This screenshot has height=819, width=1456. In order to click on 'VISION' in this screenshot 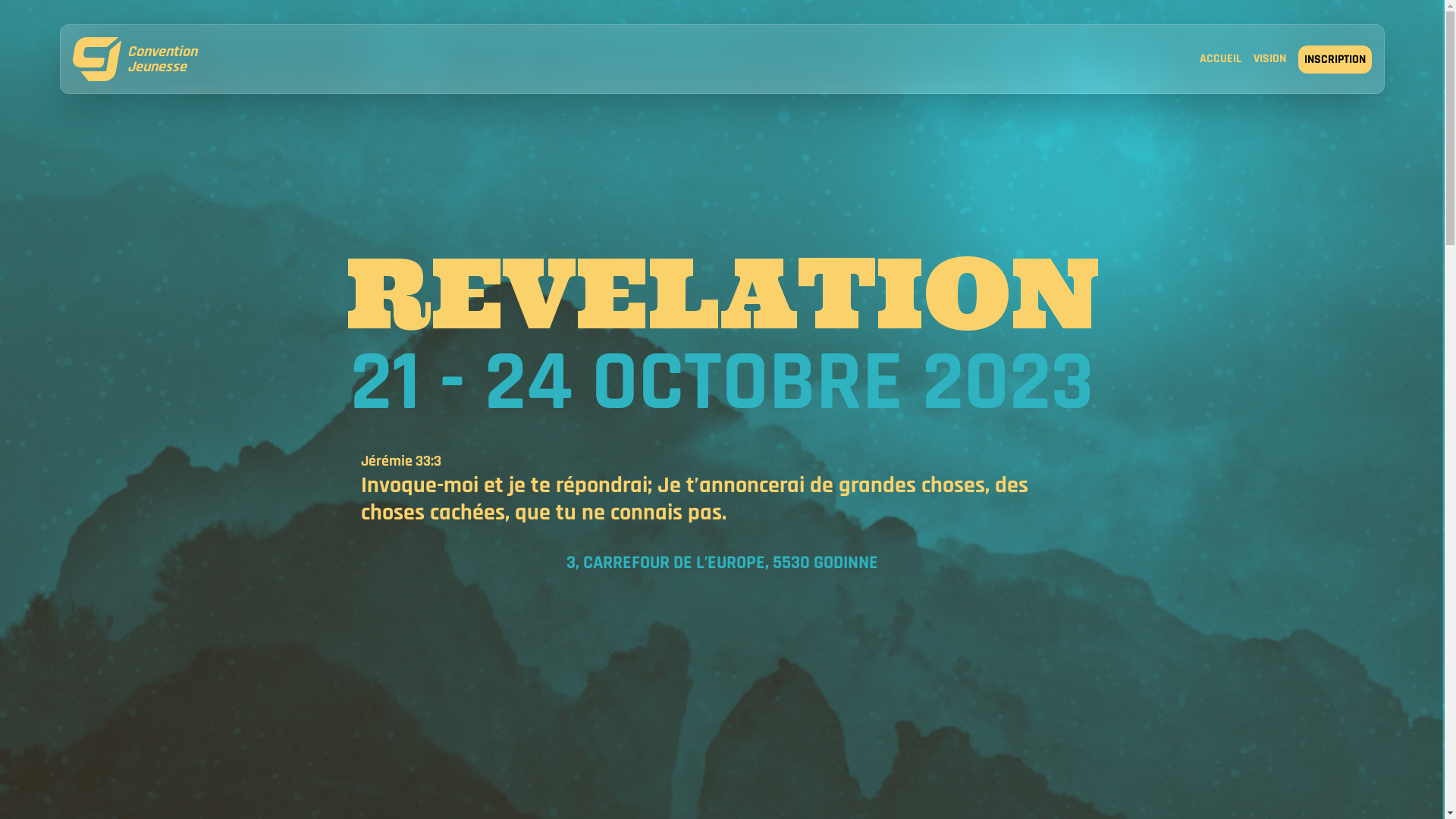, I will do `click(1269, 59)`.